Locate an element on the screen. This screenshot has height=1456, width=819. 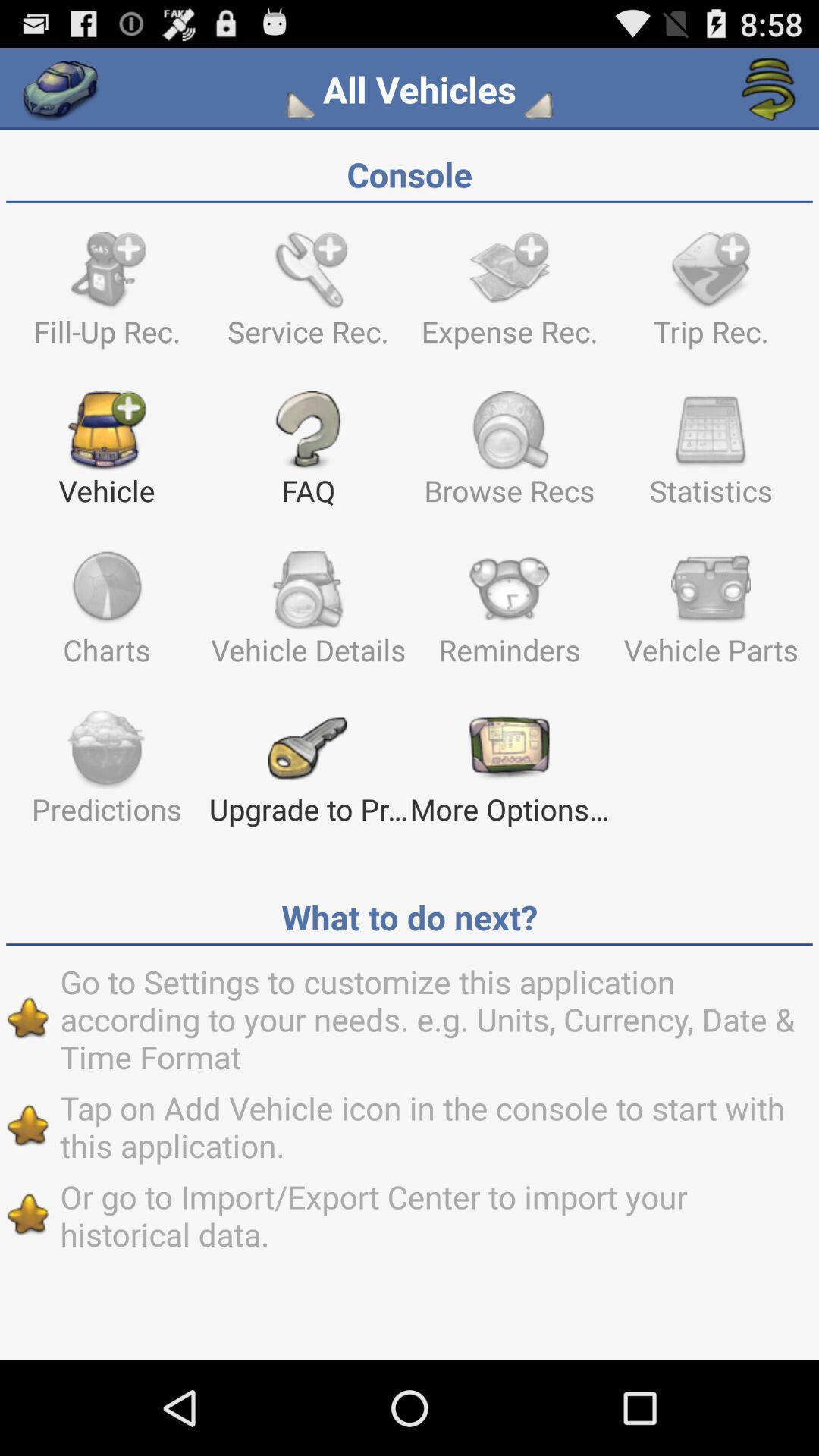
the app on the right is located at coordinates (711, 615).